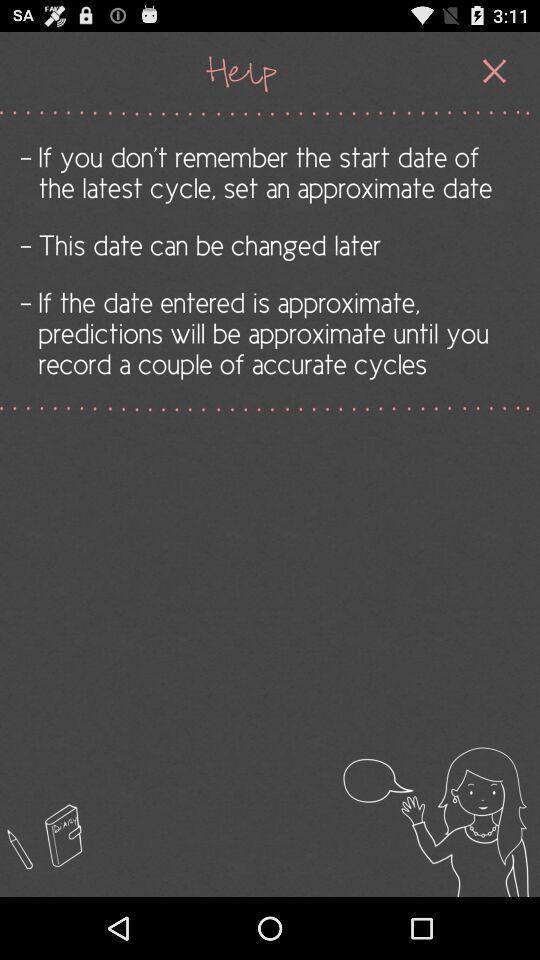  Describe the element at coordinates (494, 75) in the screenshot. I see `the close icon` at that location.